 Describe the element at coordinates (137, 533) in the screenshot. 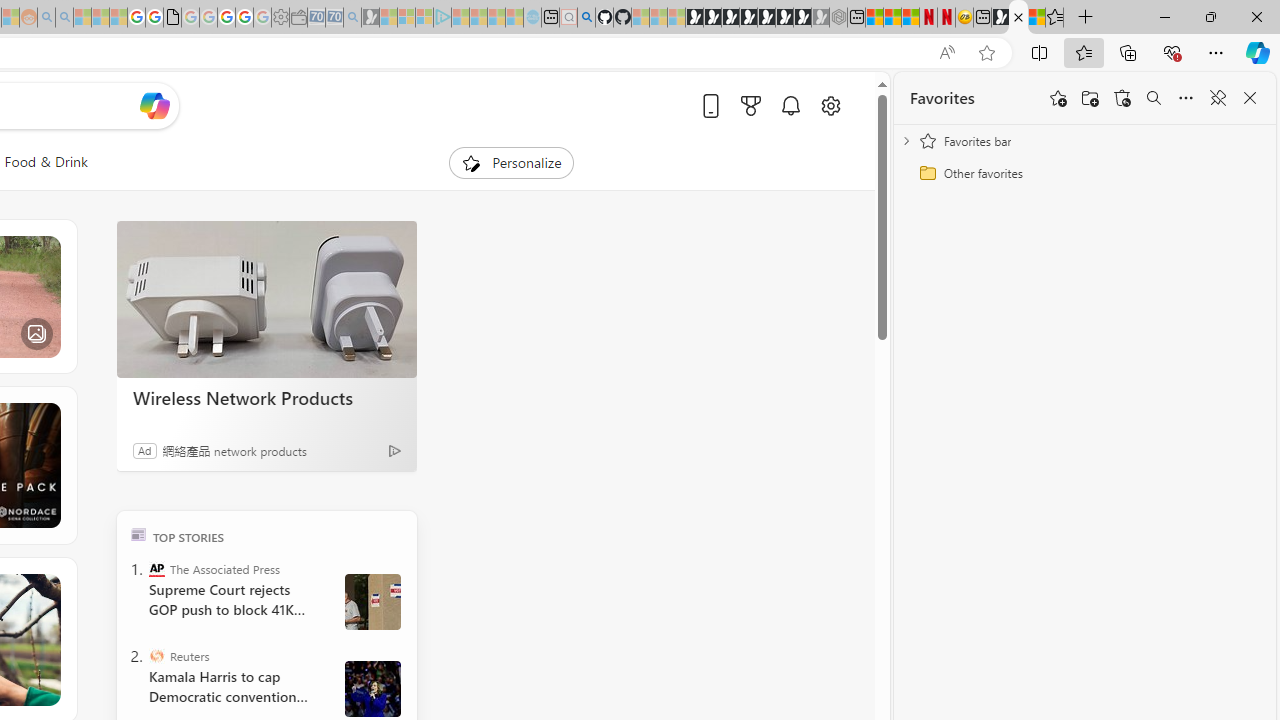

I see `'TOP'` at that location.